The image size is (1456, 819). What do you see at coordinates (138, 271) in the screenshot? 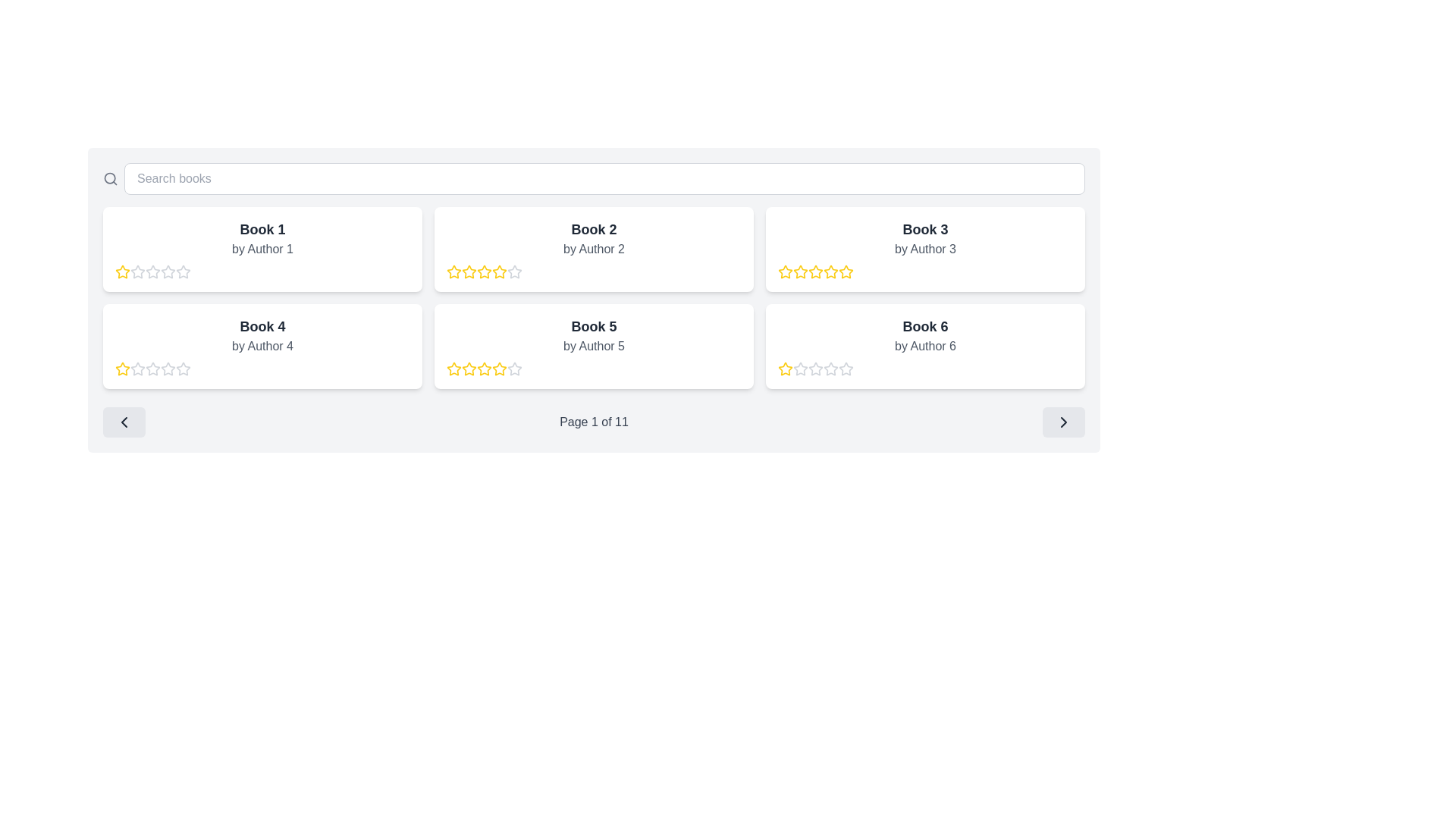
I see `the leftmost star icon of the rating widget located below the title 'Book 1' and subtitle 'by Author 1' in the first card of the top row of the grid layout` at bounding box center [138, 271].